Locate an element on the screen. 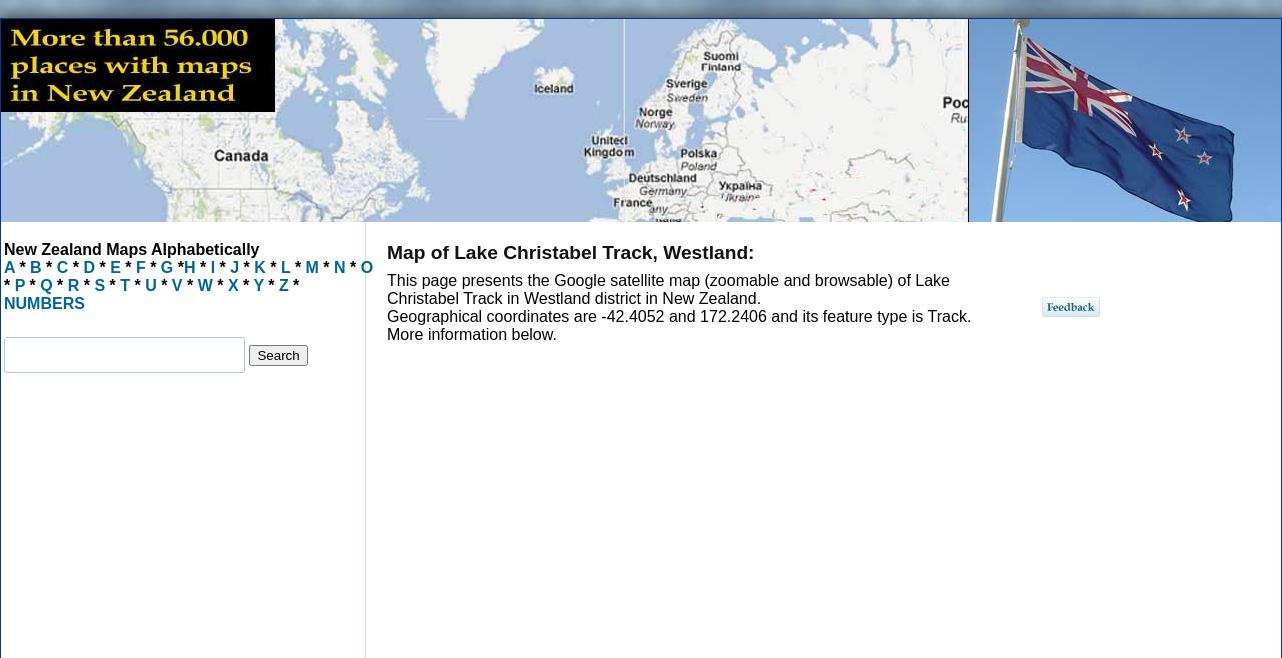  'G' is located at coordinates (165, 266).